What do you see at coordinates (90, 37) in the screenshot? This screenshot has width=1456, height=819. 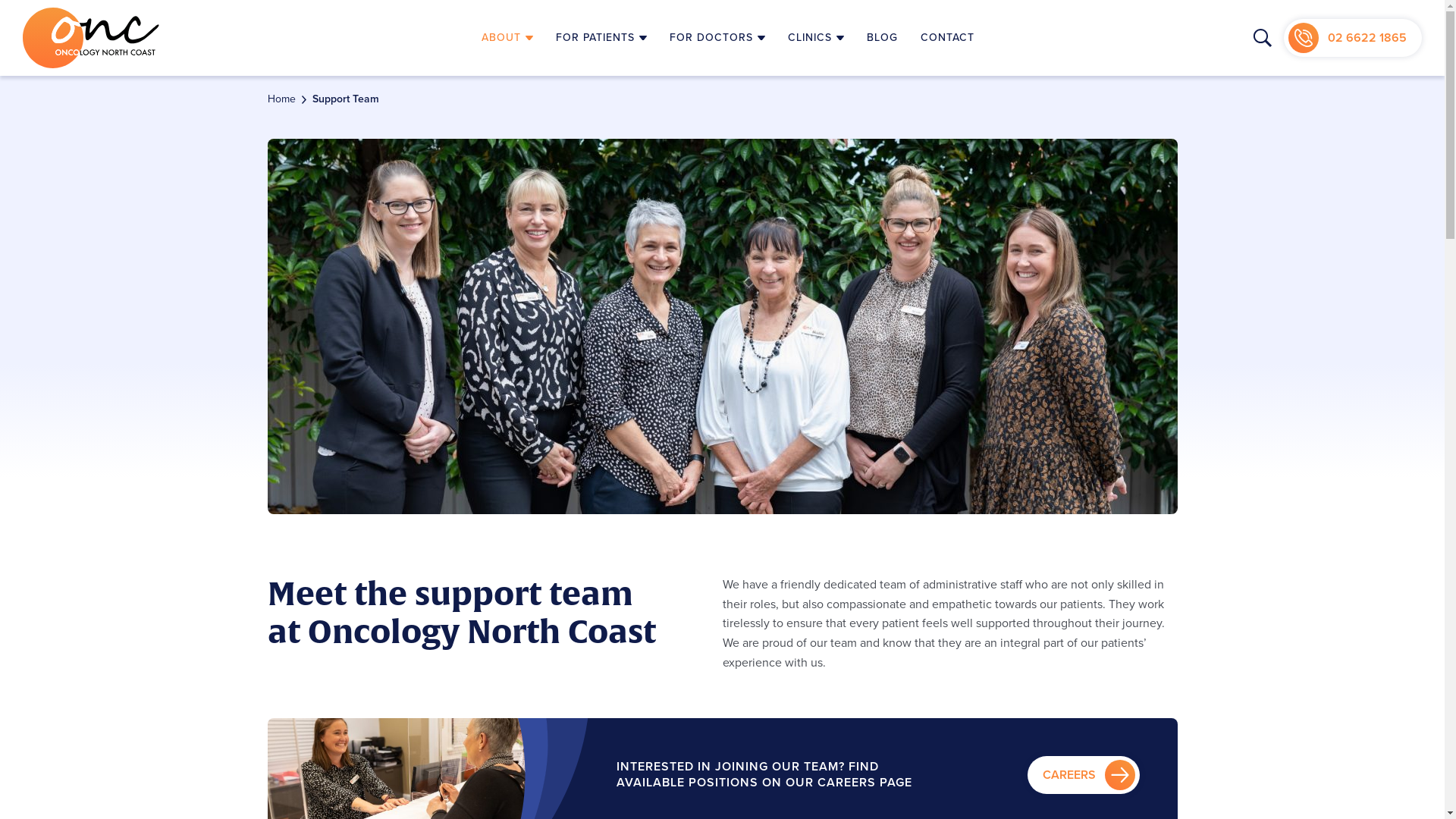 I see `'ONC'` at bounding box center [90, 37].